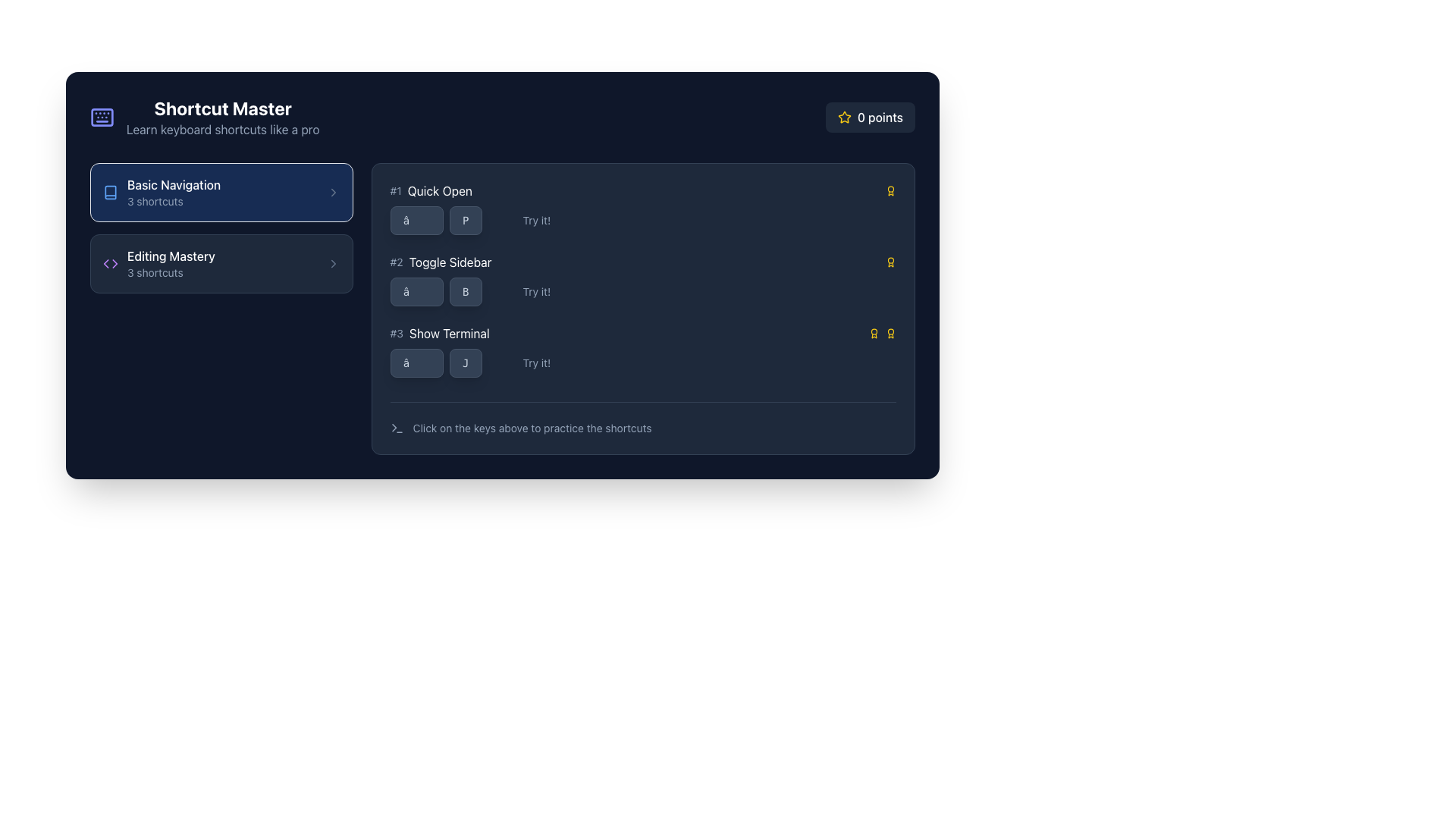 The height and width of the screenshot is (819, 1456). Describe the element at coordinates (396, 190) in the screenshot. I see `the static text label element displaying '#1', which is styled in a smaller font size and light slate grey color, located in the upper-right card component, positioned to the left of the 'Quick Open' text` at that location.